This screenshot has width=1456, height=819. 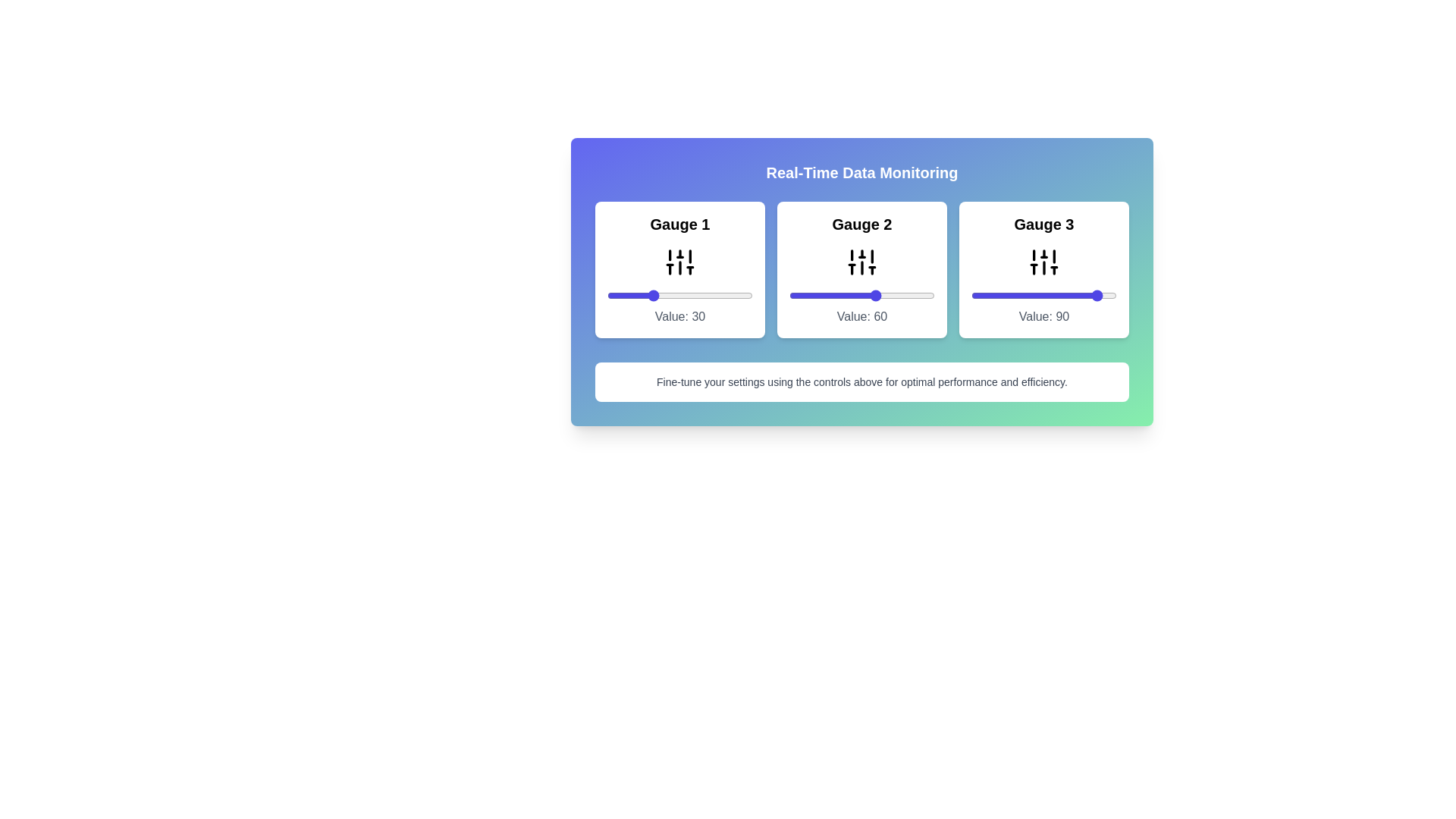 What do you see at coordinates (811, 295) in the screenshot?
I see `the slider` at bounding box center [811, 295].